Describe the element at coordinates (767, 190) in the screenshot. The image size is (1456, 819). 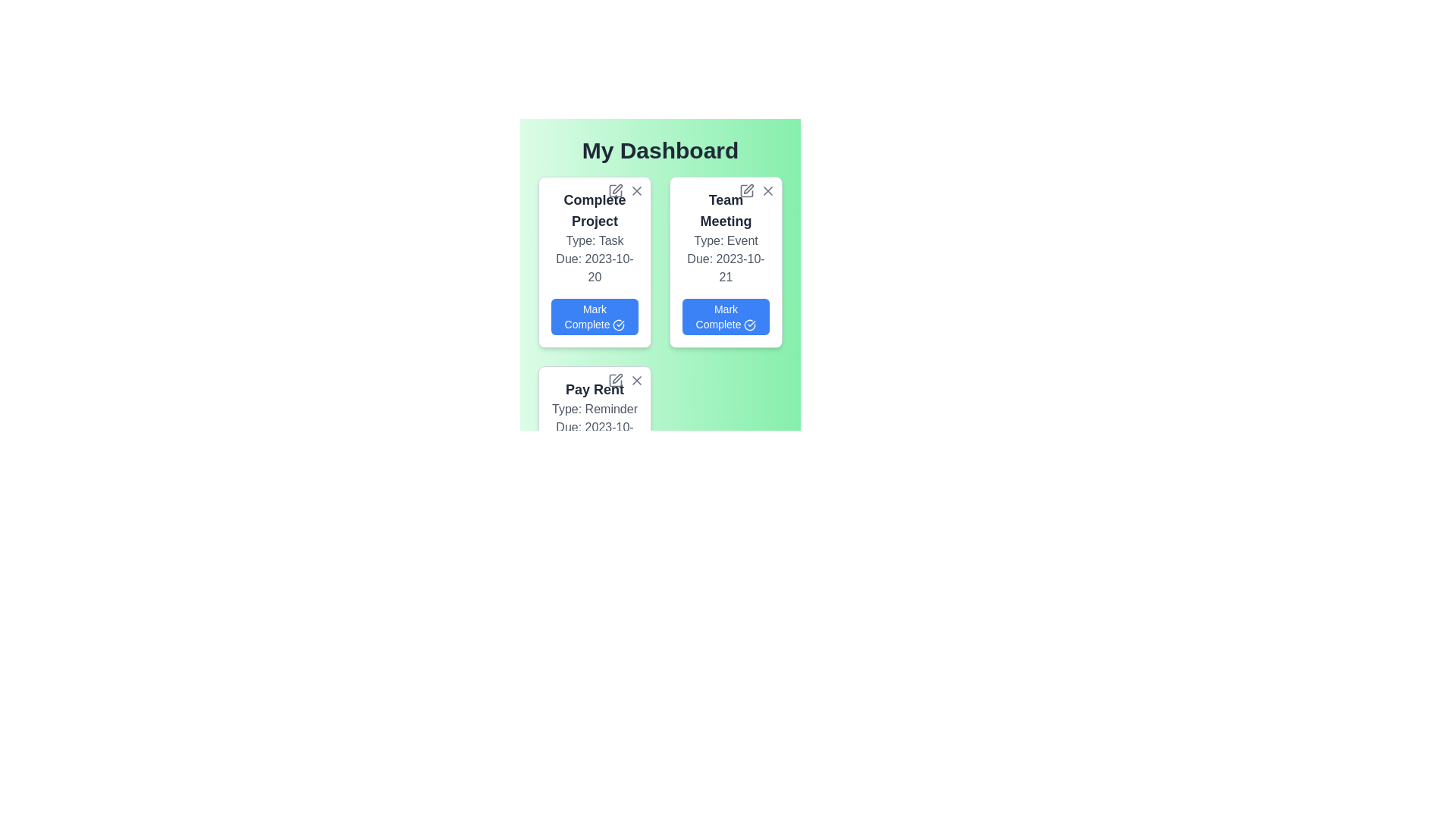
I see `the Close button located in the top right corner of the 'Team Meeting' card within the SVG graphic` at that location.